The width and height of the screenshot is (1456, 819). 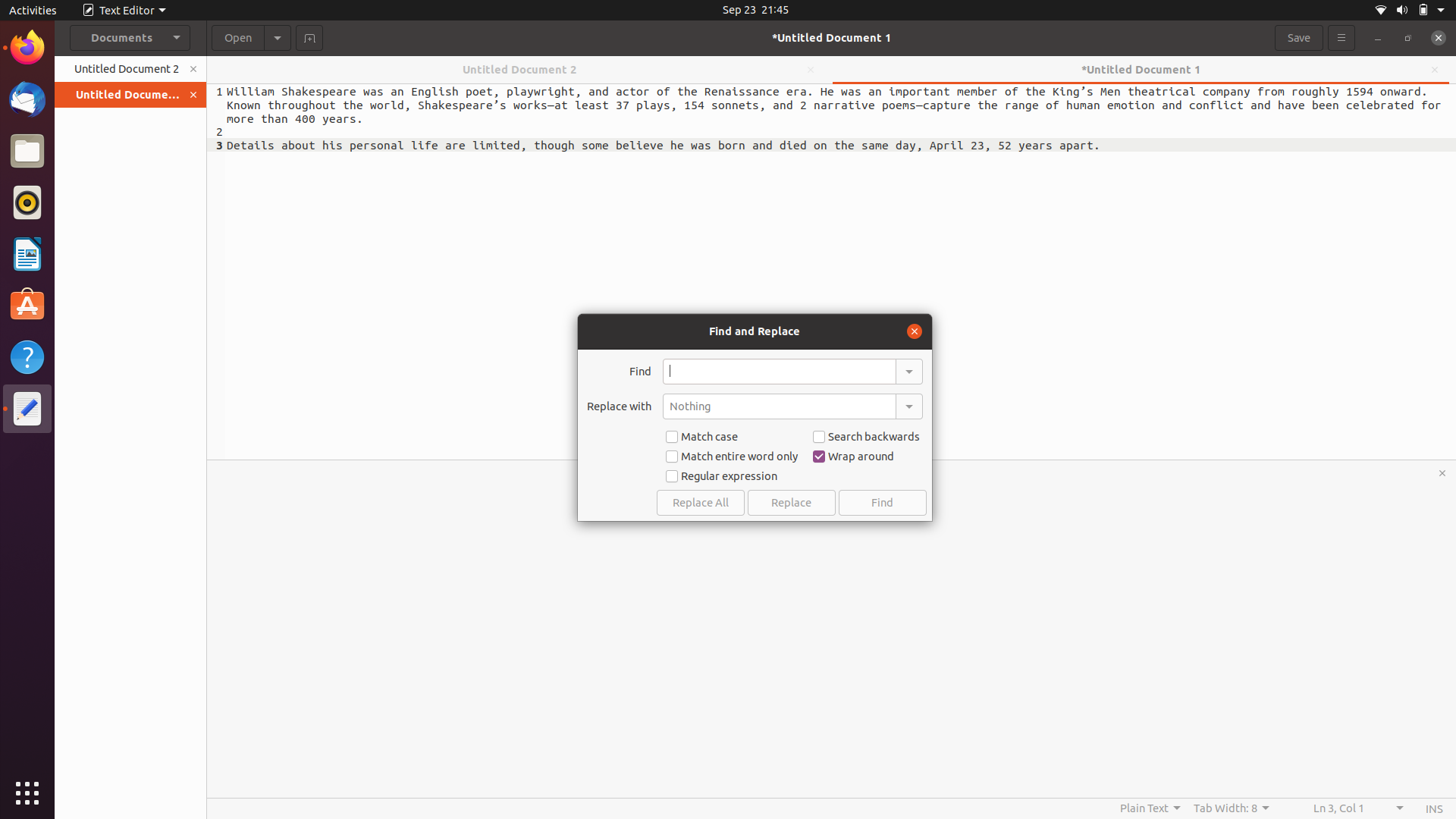 I want to click on Substitute the word "happy" with "joyful" throughout the document, so click(x=779, y=371).